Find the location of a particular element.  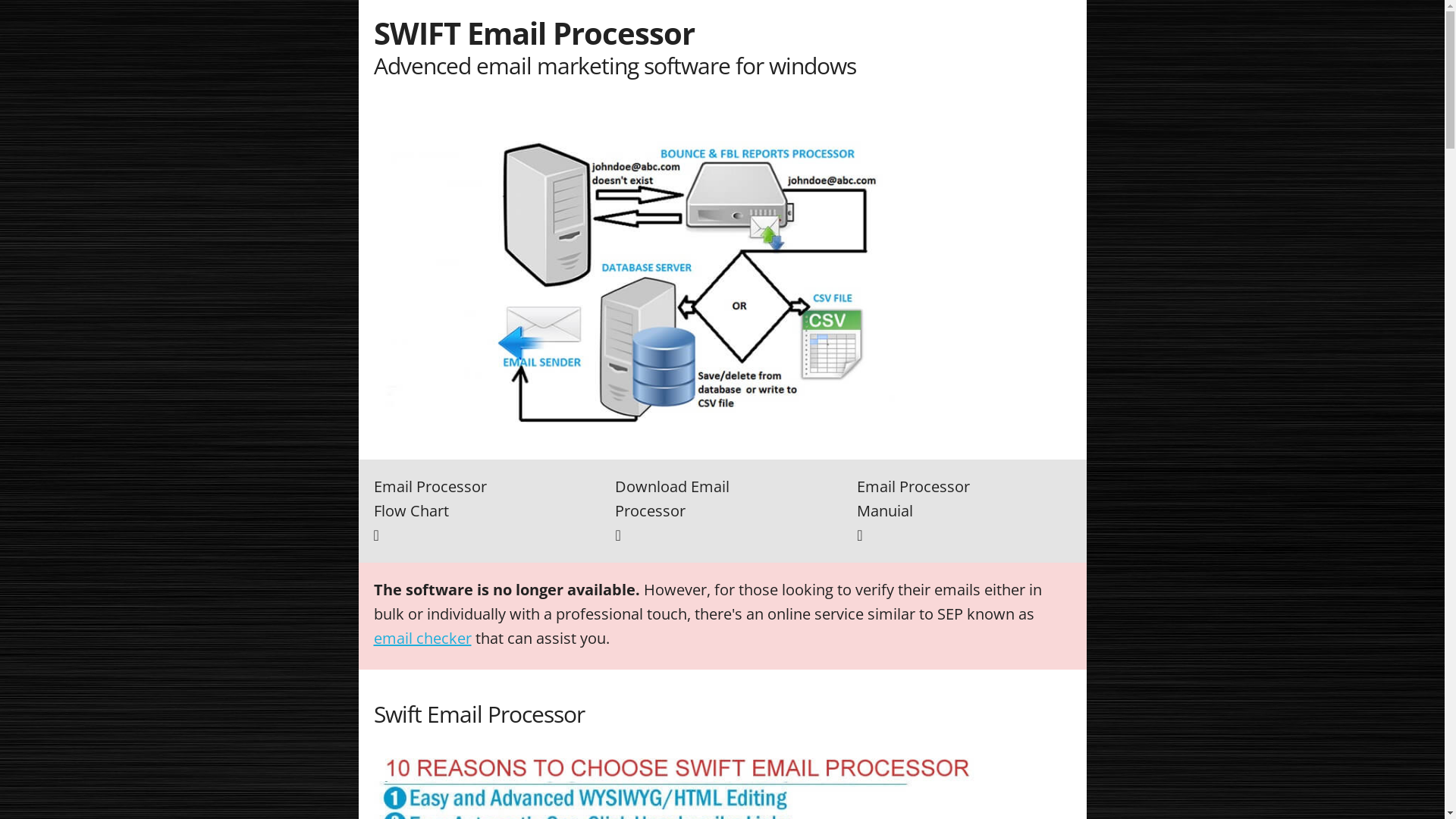

'email checker' is located at coordinates (422, 638).